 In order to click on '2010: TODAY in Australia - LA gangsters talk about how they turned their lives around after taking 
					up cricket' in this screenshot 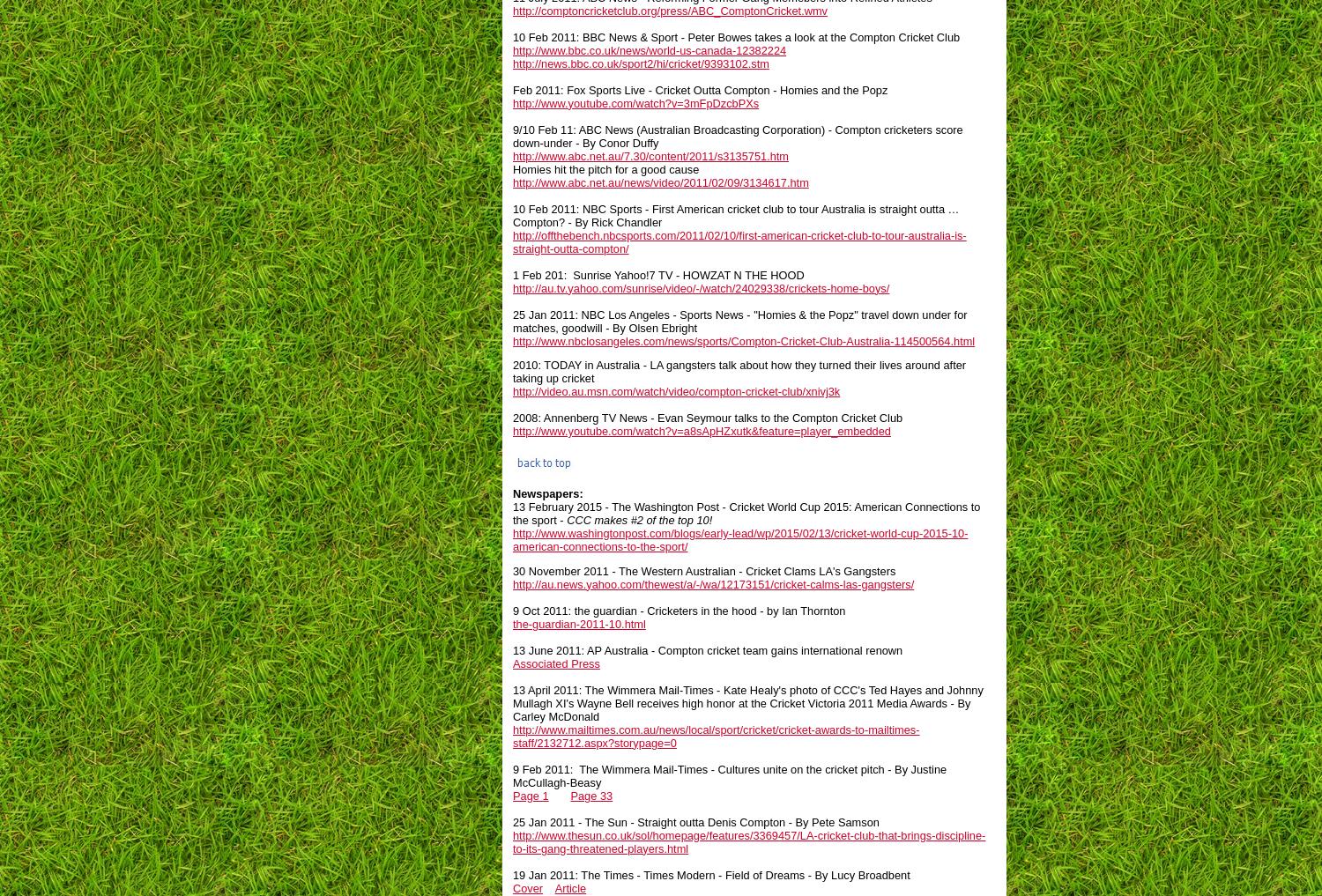, I will do `click(738, 371)`.